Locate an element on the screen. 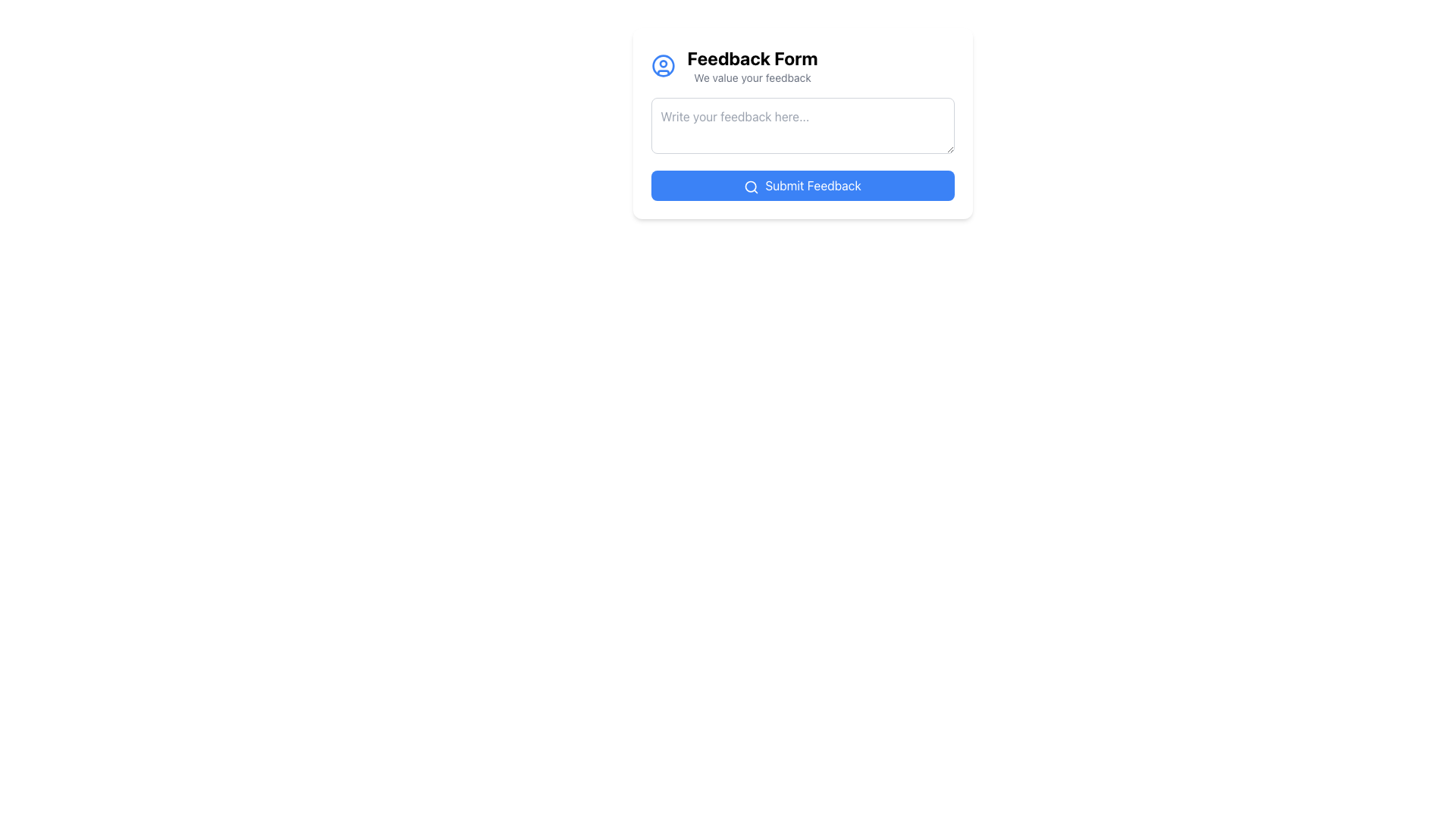 This screenshot has height=819, width=1456. the feedback submission button located at the bottom of the feedback form is located at coordinates (802, 185).